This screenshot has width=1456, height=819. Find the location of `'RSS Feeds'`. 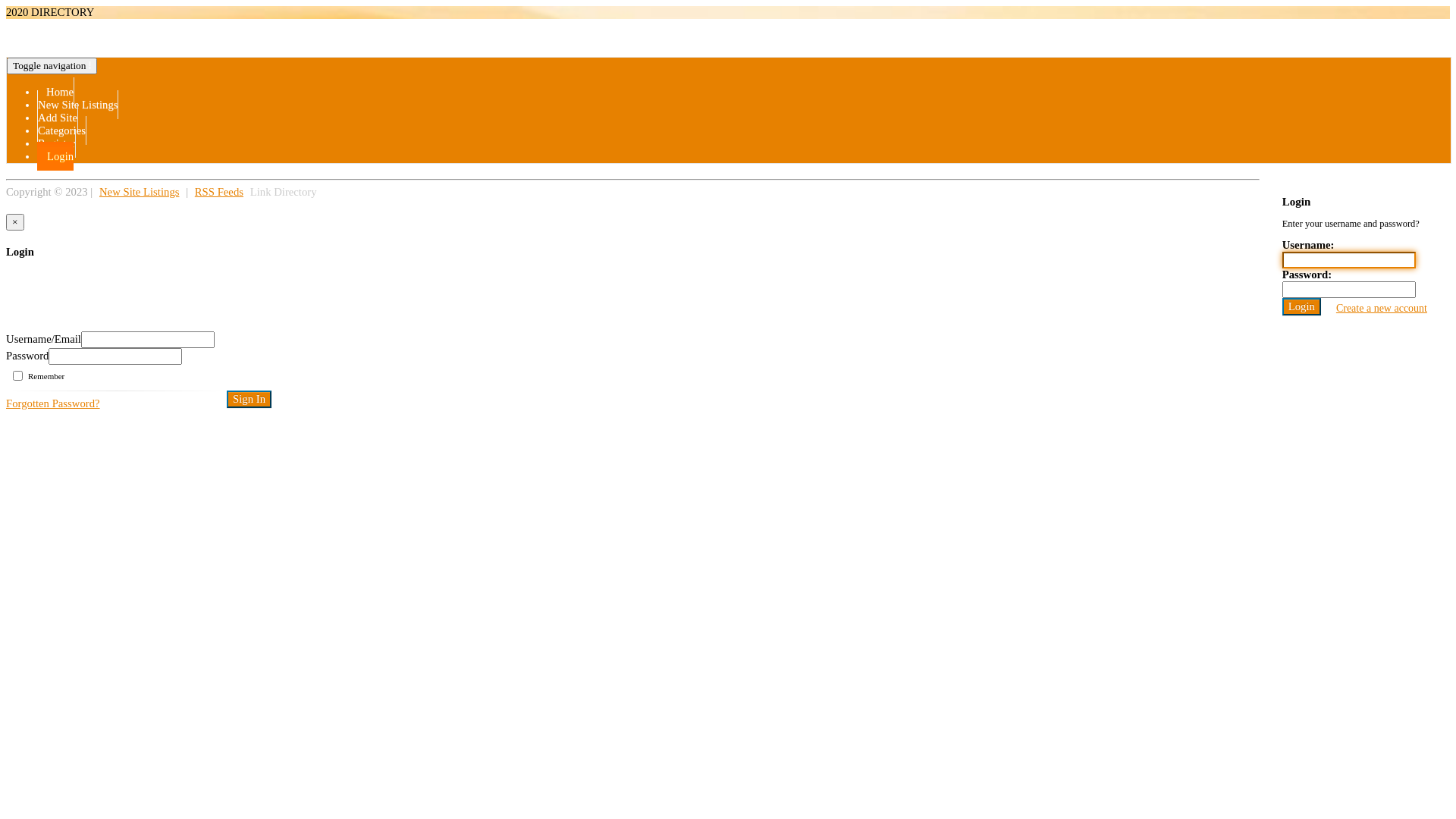

'RSS Feeds' is located at coordinates (190, 191).